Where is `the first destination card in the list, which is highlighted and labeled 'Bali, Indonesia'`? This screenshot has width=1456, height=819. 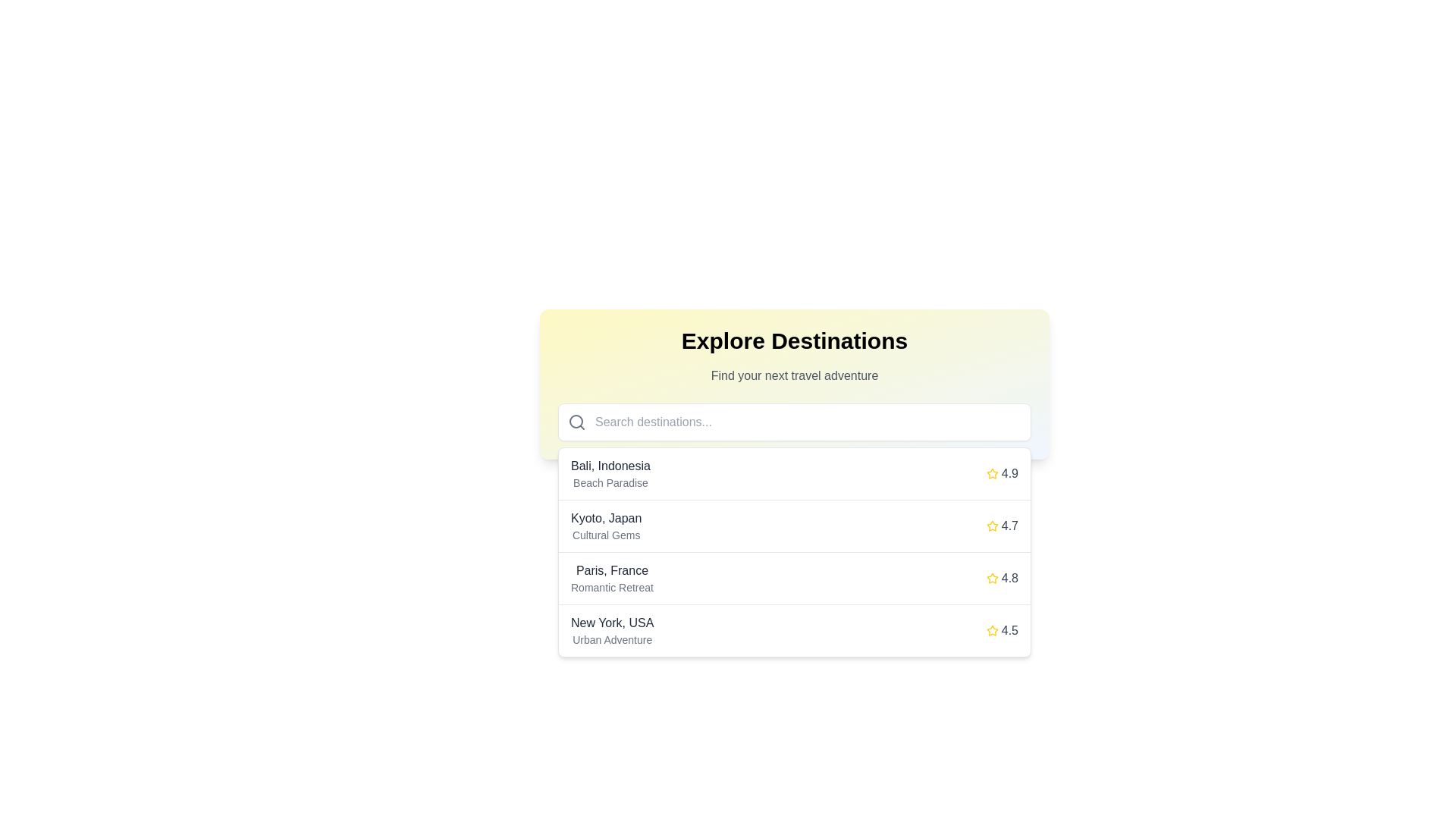 the first destination card in the list, which is highlighted and labeled 'Bali, Indonesia' is located at coordinates (793, 473).